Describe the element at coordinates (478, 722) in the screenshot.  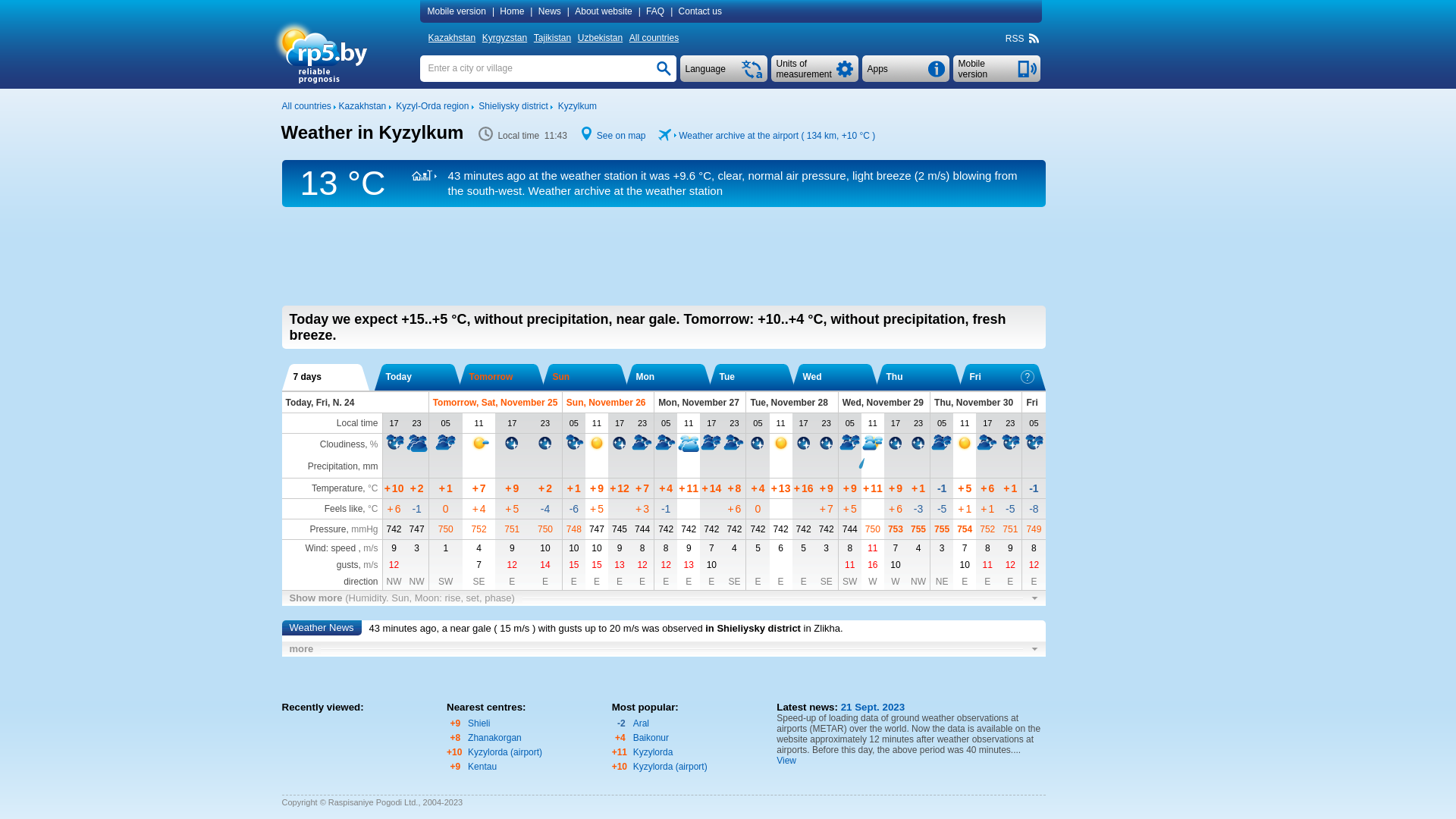
I see `'Shieli'` at that location.